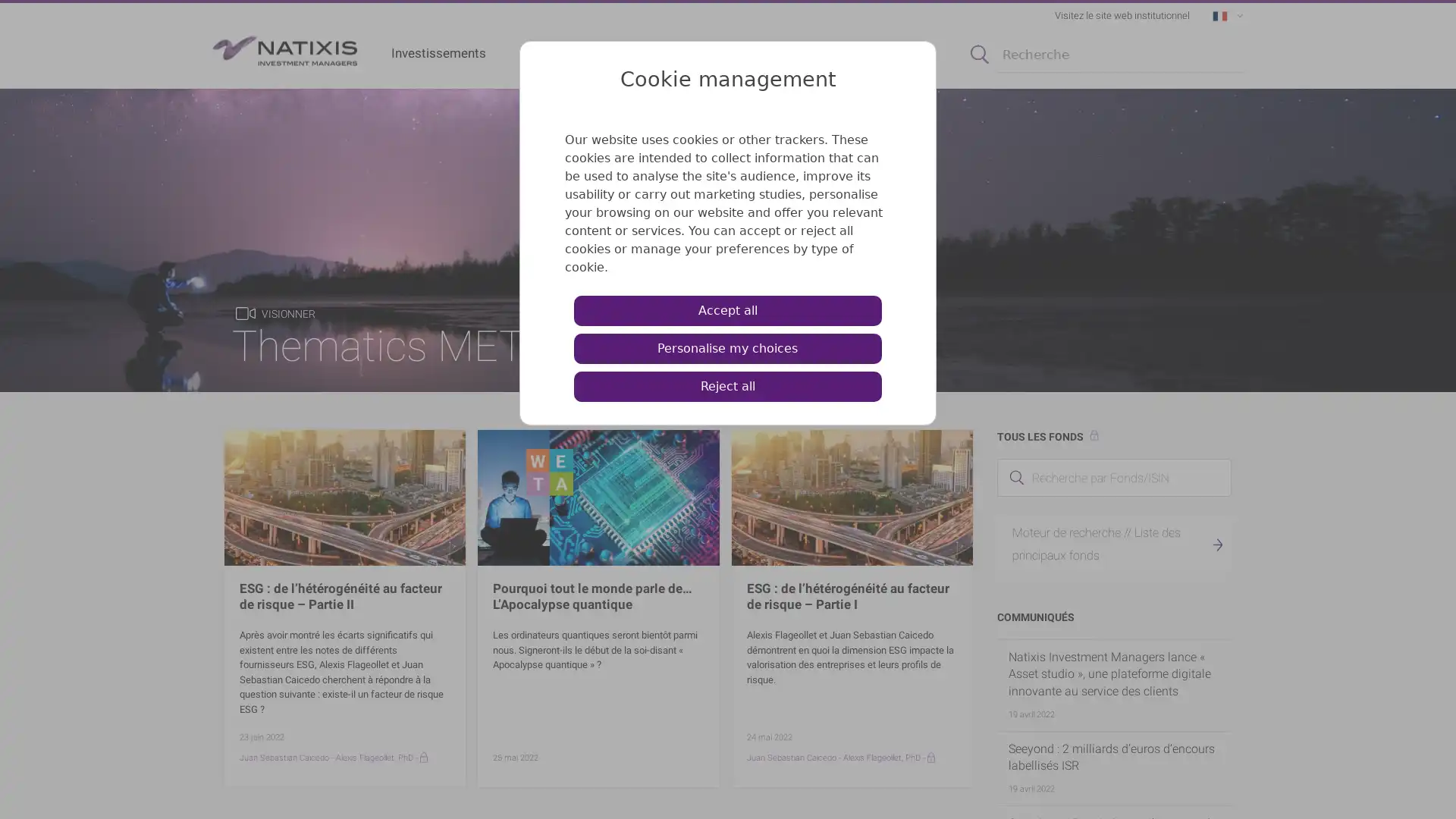 The image size is (1456, 819). What do you see at coordinates (726, 309) in the screenshot?
I see `Accept all` at bounding box center [726, 309].